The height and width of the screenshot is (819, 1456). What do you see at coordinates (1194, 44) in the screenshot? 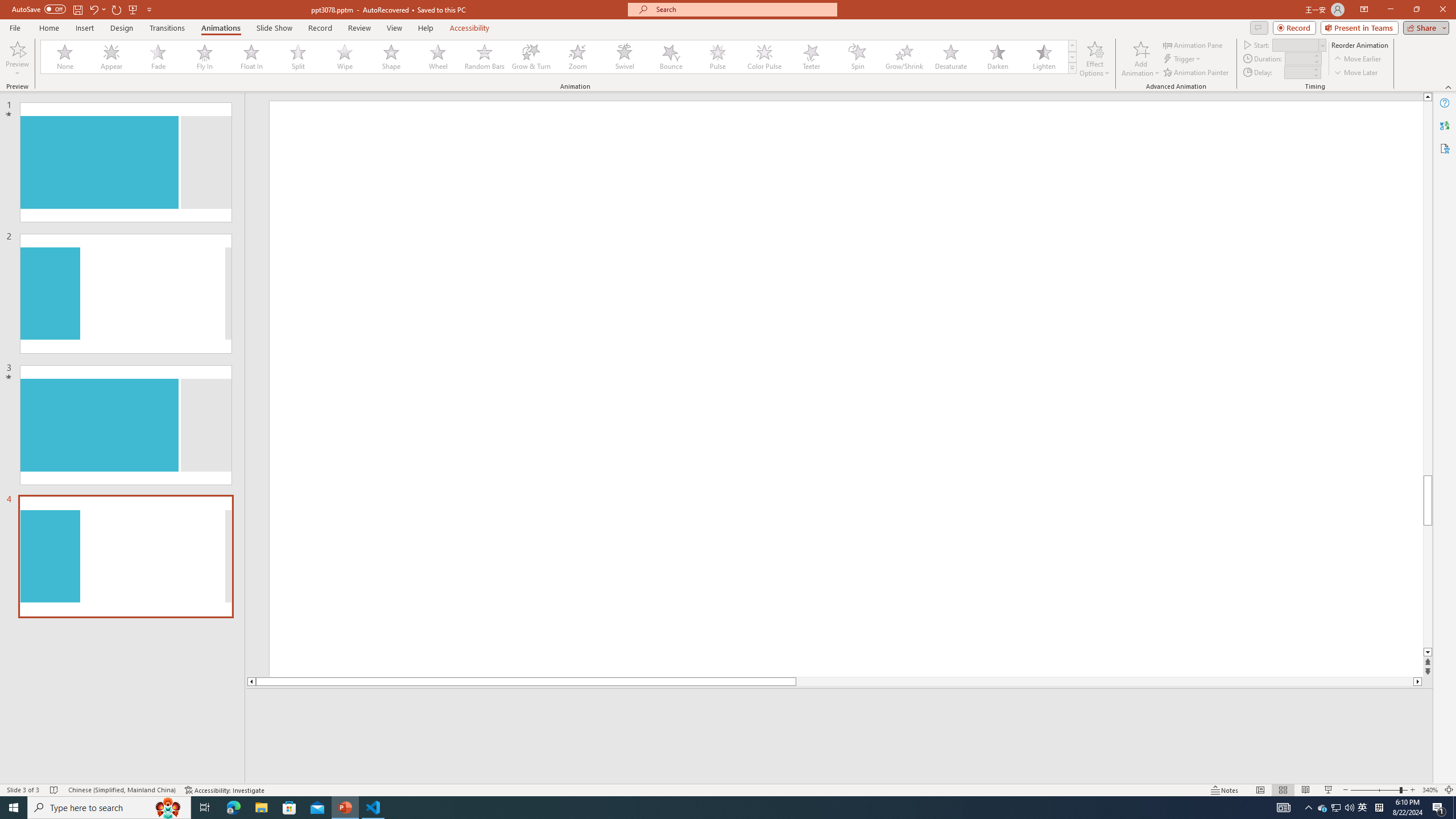
I see `'Animation Pane'` at bounding box center [1194, 44].